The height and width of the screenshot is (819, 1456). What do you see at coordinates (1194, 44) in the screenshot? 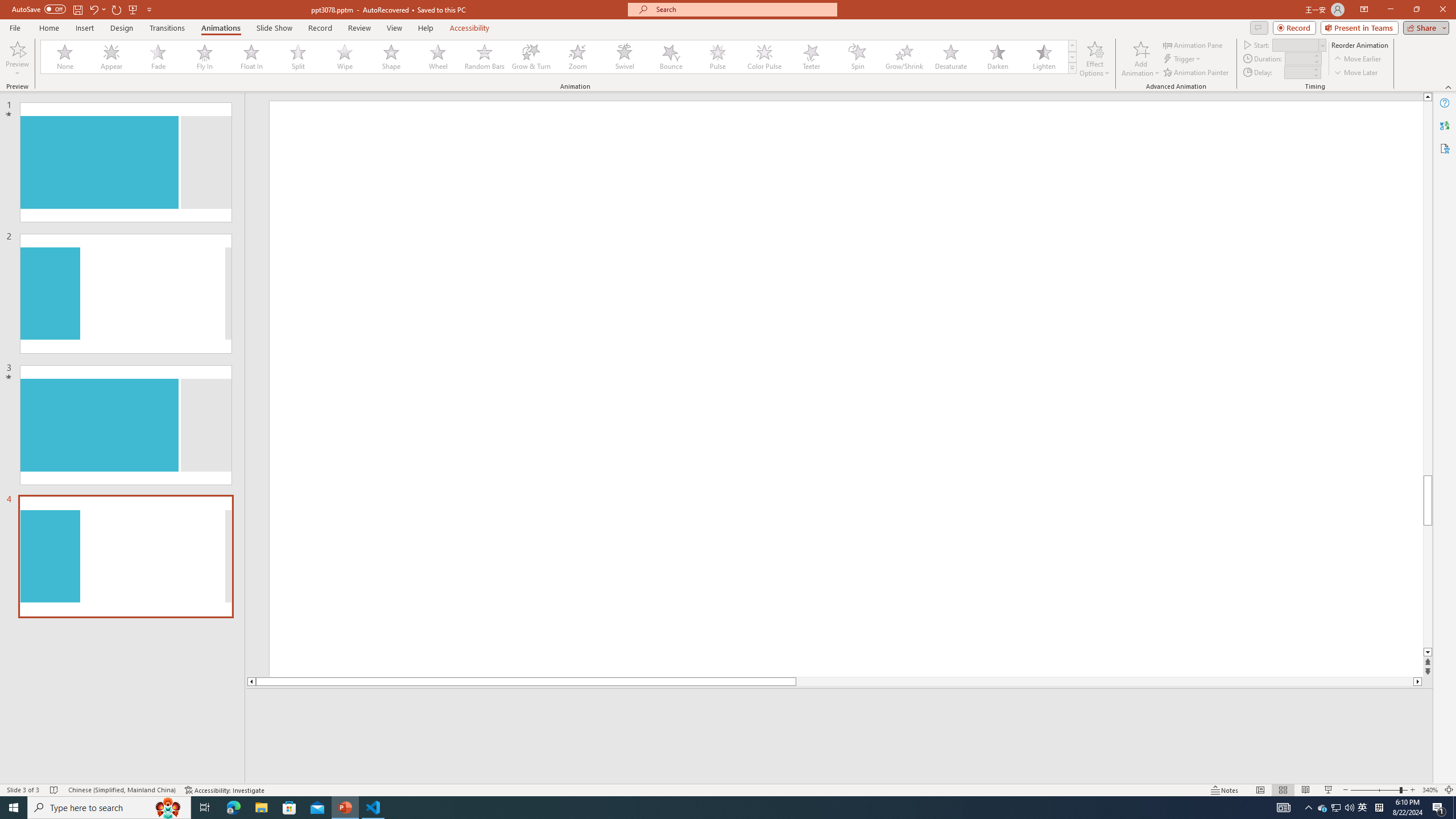
I see `'Animation Pane'` at bounding box center [1194, 44].